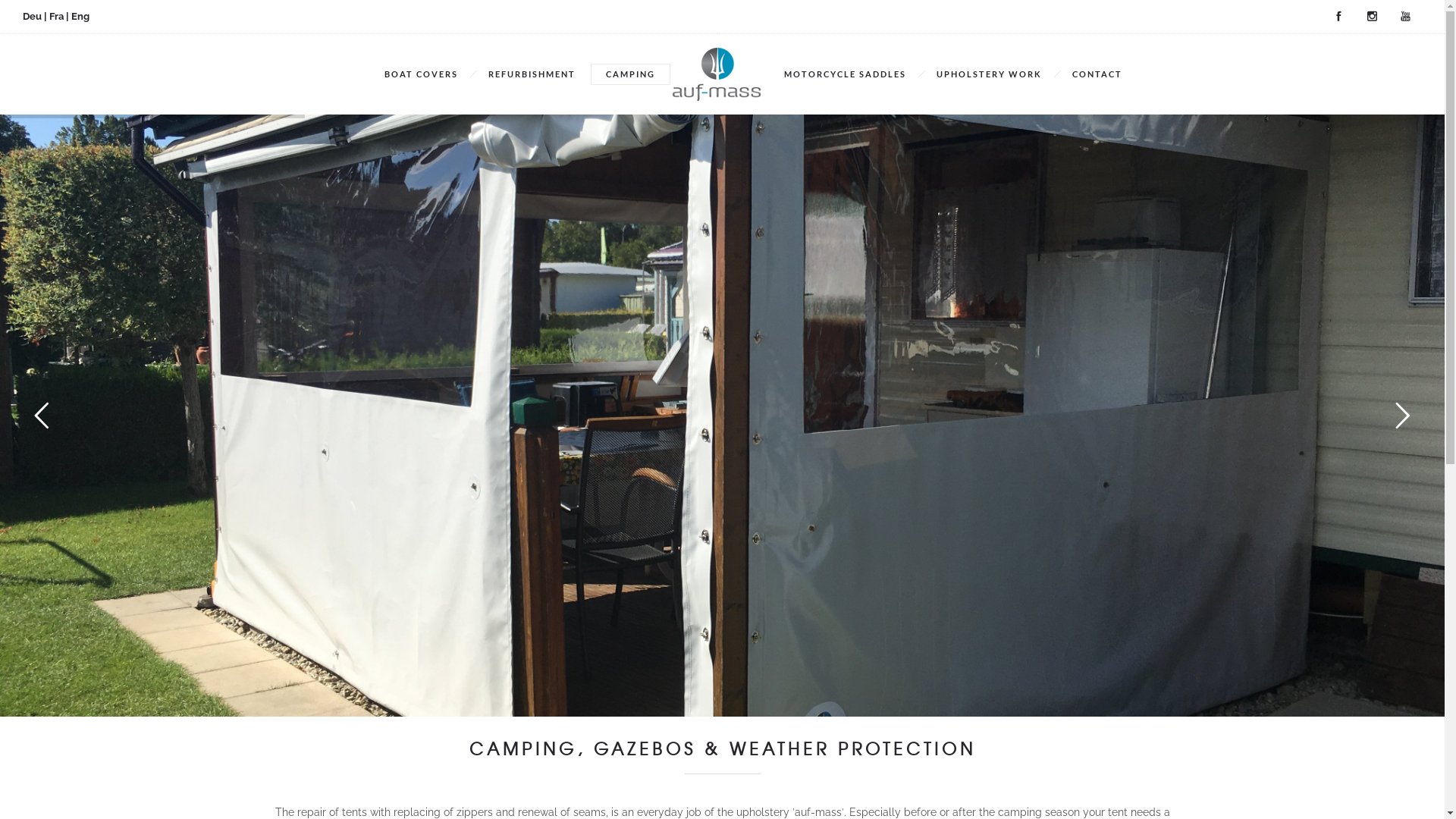  I want to click on 'MOTORCYCLE SADDLES', so click(844, 74).